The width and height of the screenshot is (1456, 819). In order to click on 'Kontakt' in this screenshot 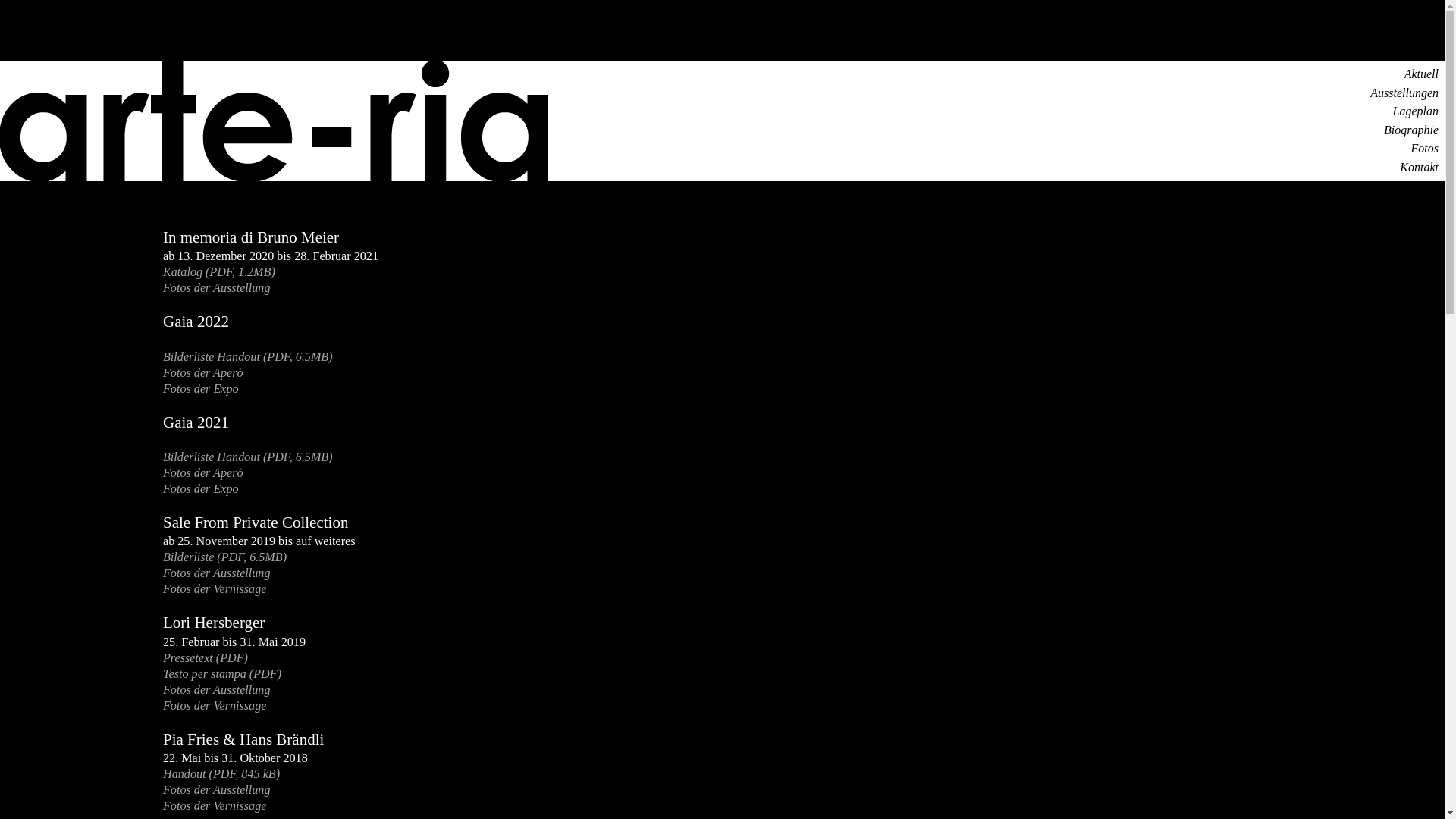, I will do `click(1399, 167)`.